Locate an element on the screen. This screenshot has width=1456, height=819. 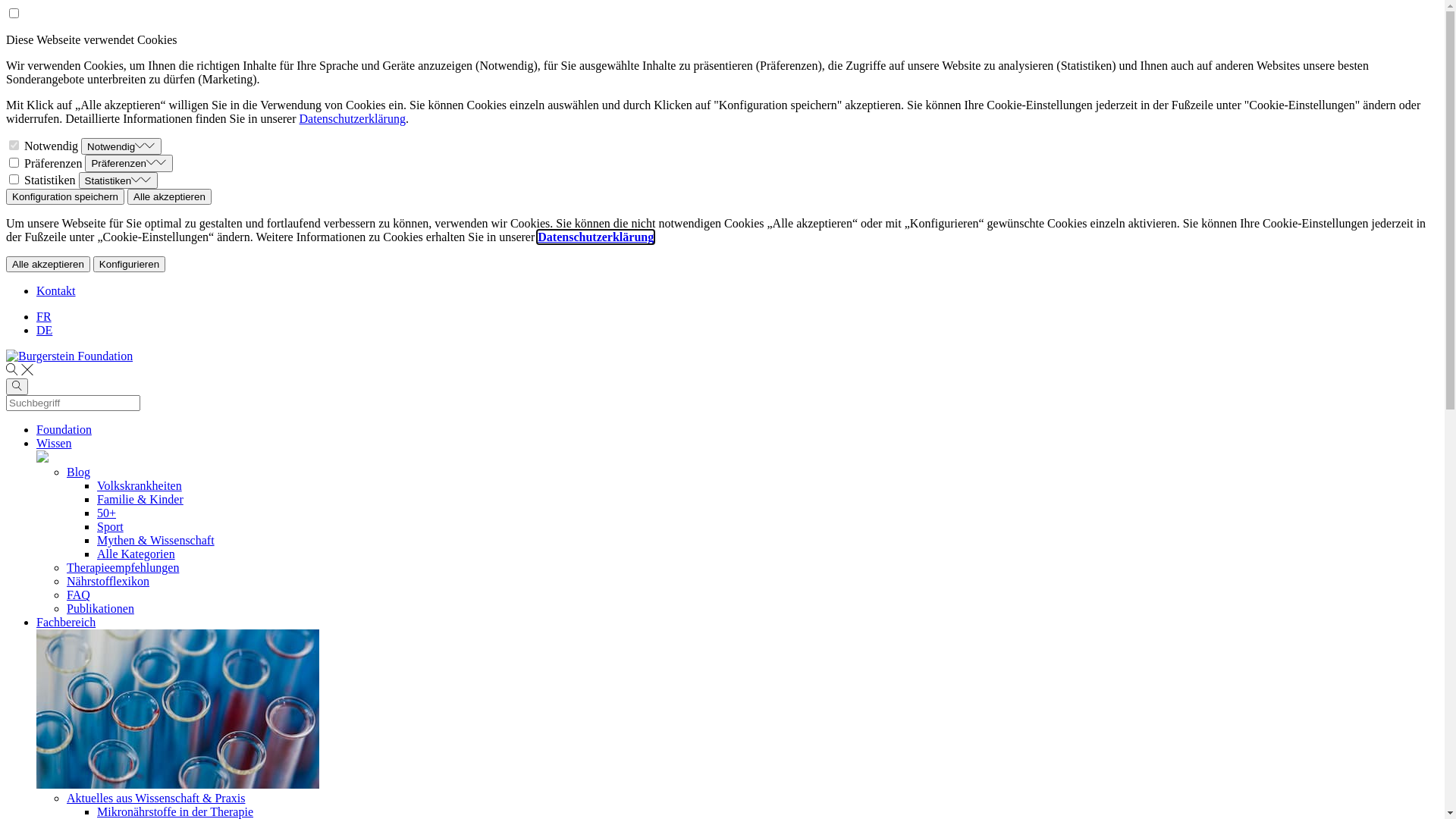
'50+' is located at coordinates (96, 512).